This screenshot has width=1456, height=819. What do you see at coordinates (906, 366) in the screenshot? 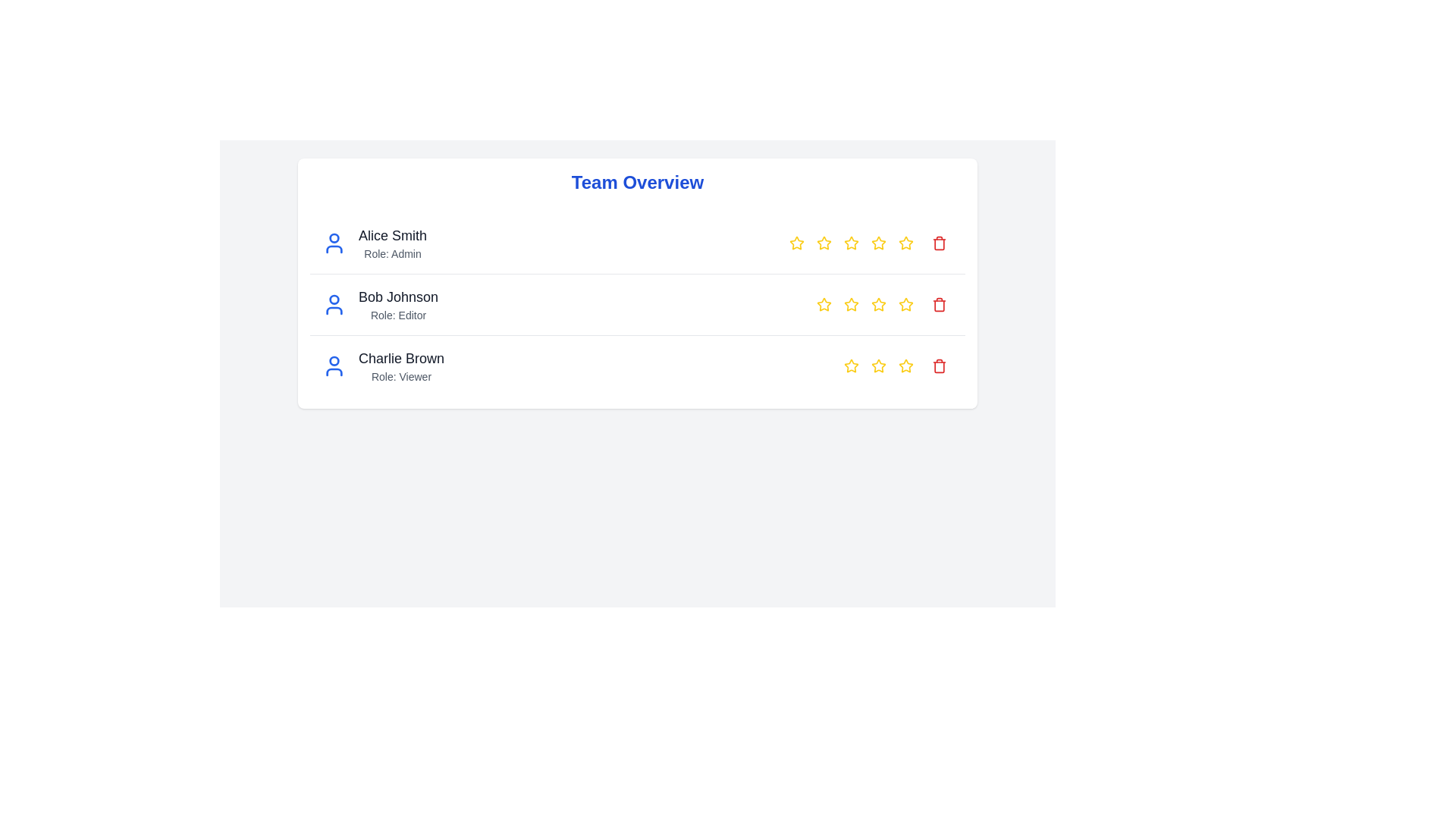
I see `the yellow star icon representing the 5th star in the rating system for Charlie Brown's profile` at bounding box center [906, 366].